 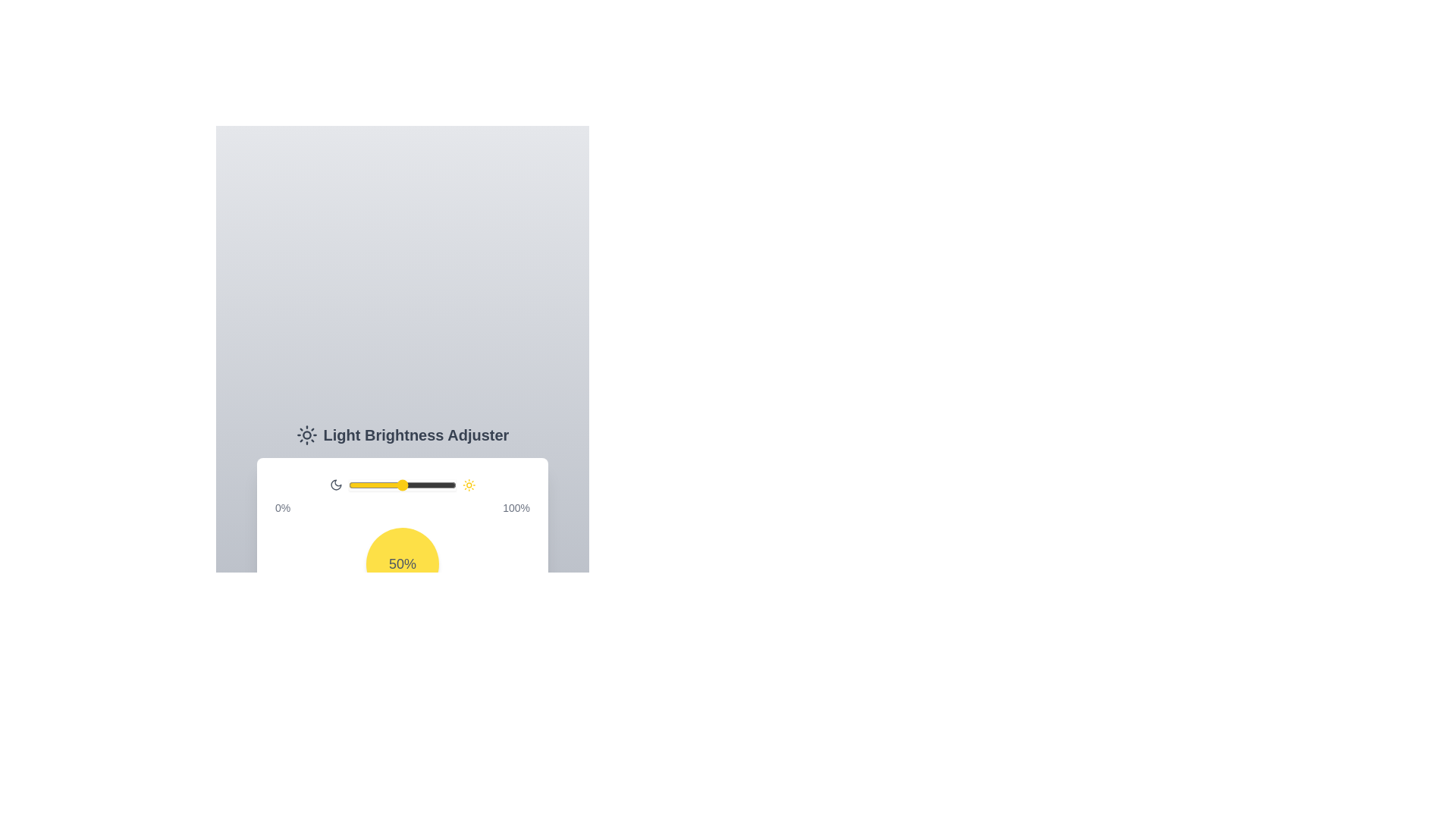 What do you see at coordinates (451, 485) in the screenshot?
I see `the brightness to 96%` at bounding box center [451, 485].